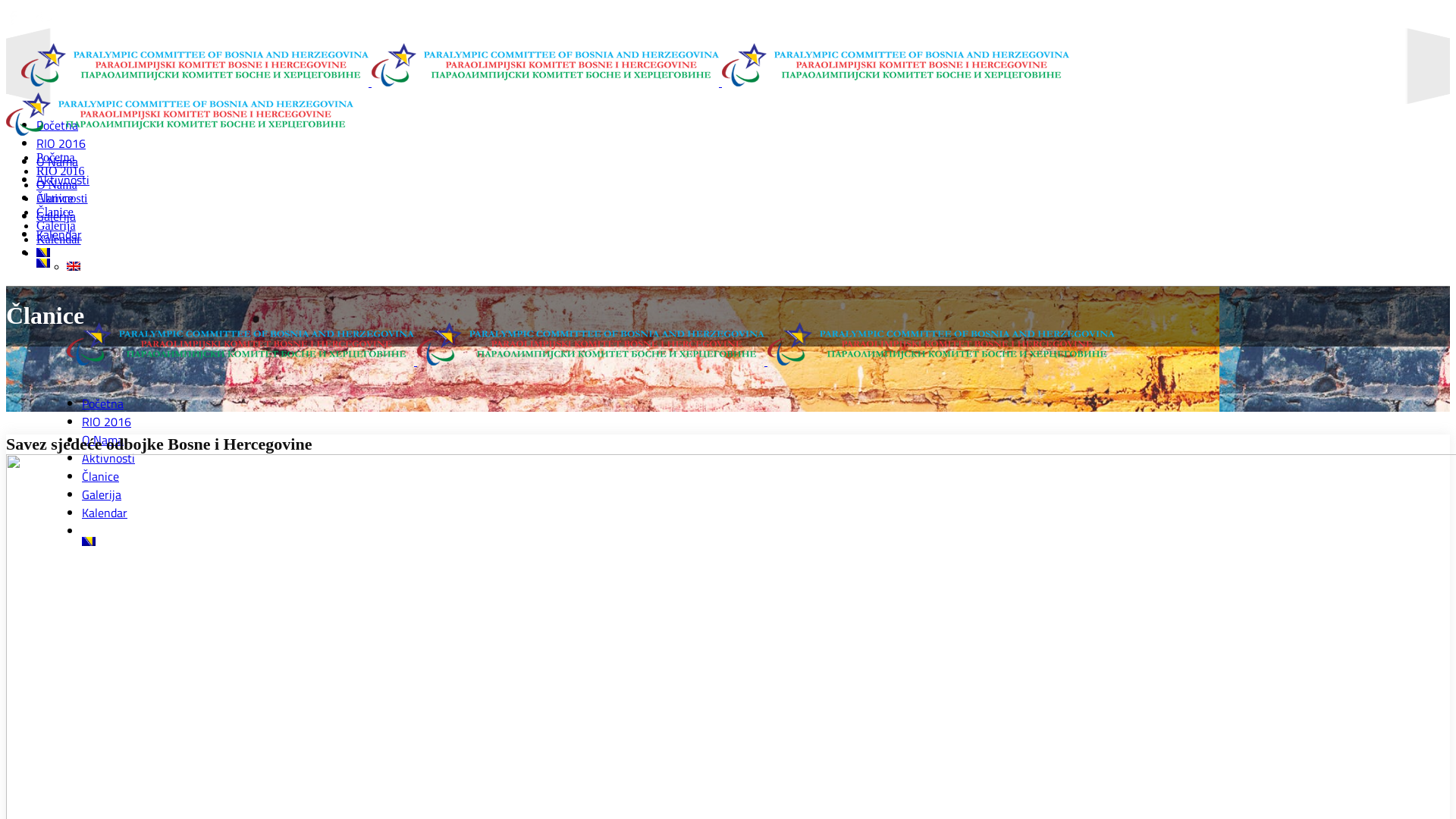  Describe the element at coordinates (61, 197) in the screenshot. I see `'Aktivnosti'` at that location.